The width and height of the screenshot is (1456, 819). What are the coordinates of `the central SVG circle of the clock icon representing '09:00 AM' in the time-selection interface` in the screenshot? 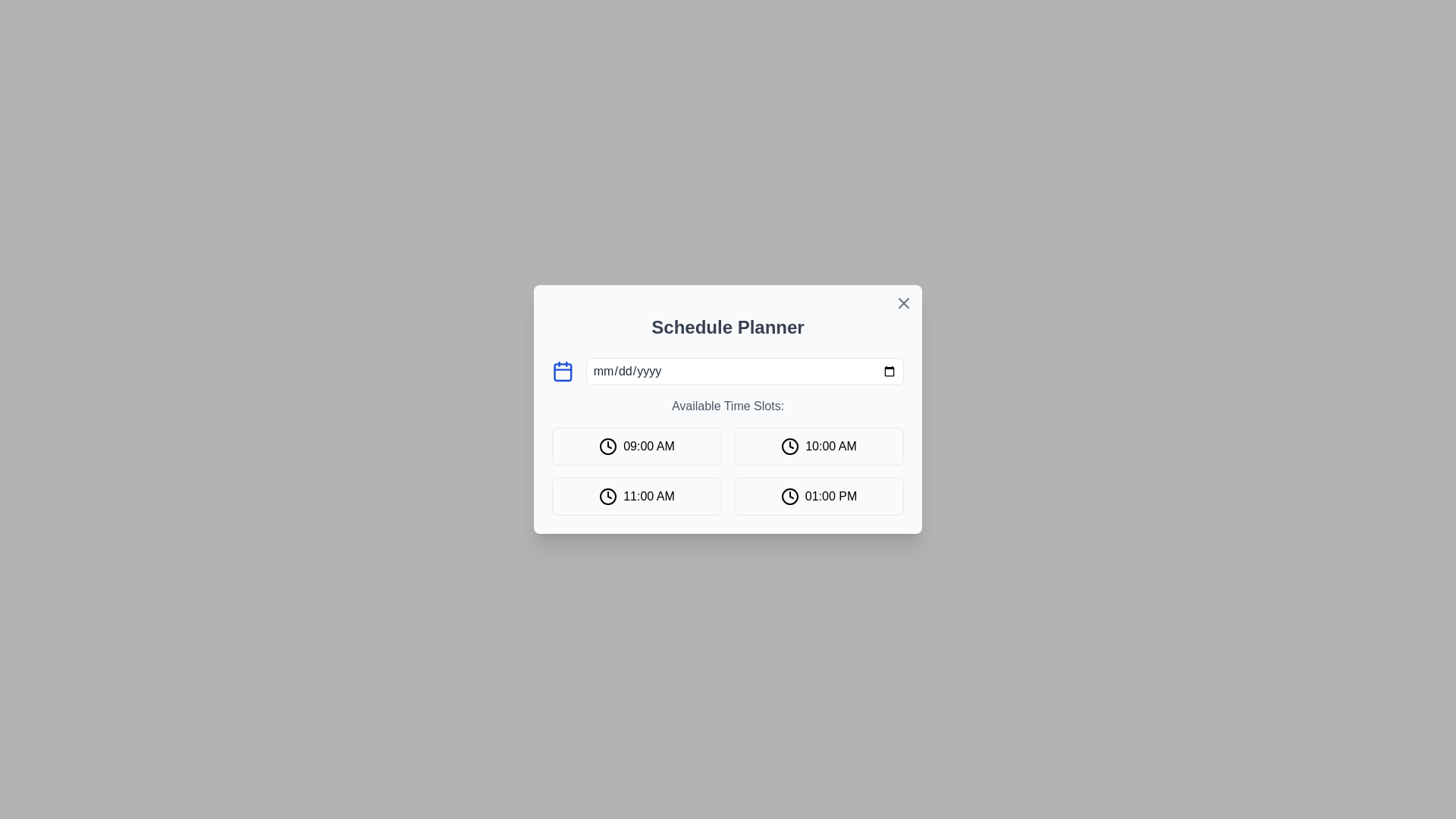 It's located at (608, 446).